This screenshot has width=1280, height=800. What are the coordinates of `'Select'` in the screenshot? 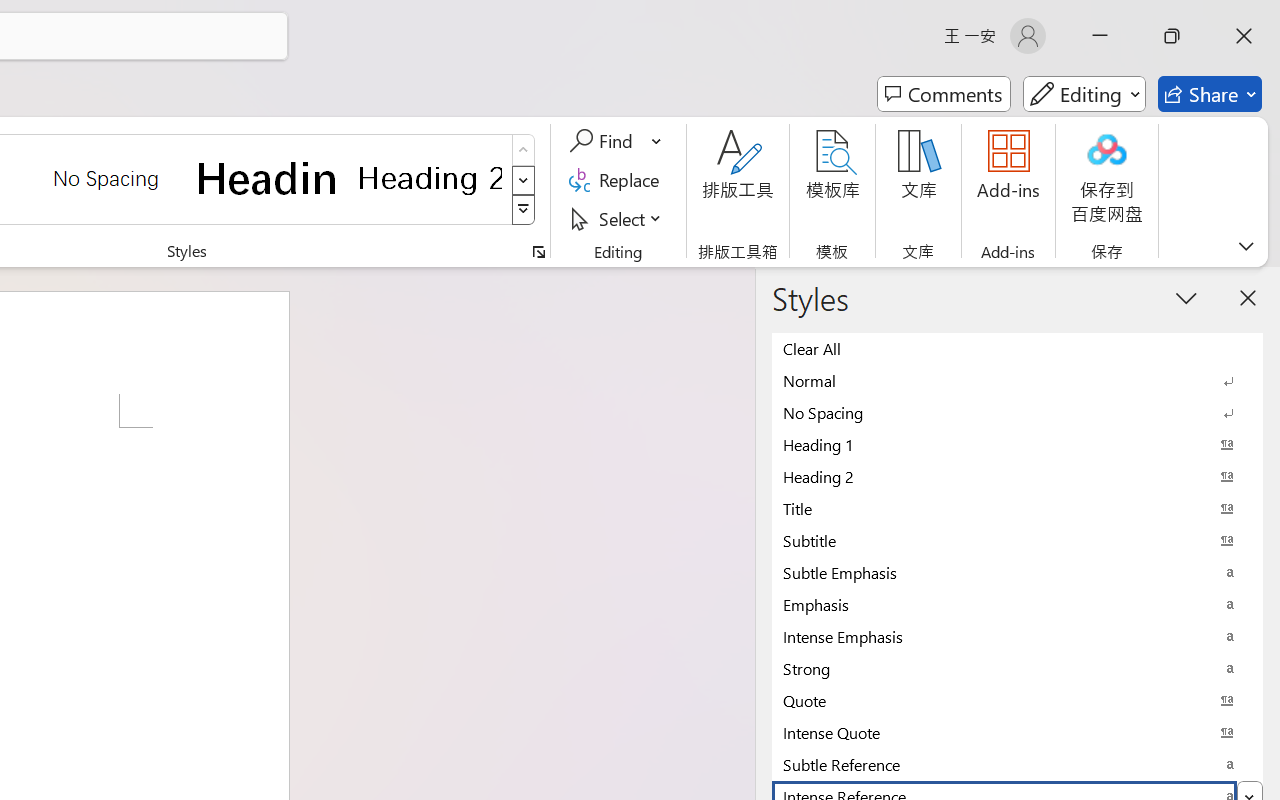 It's located at (617, 218).